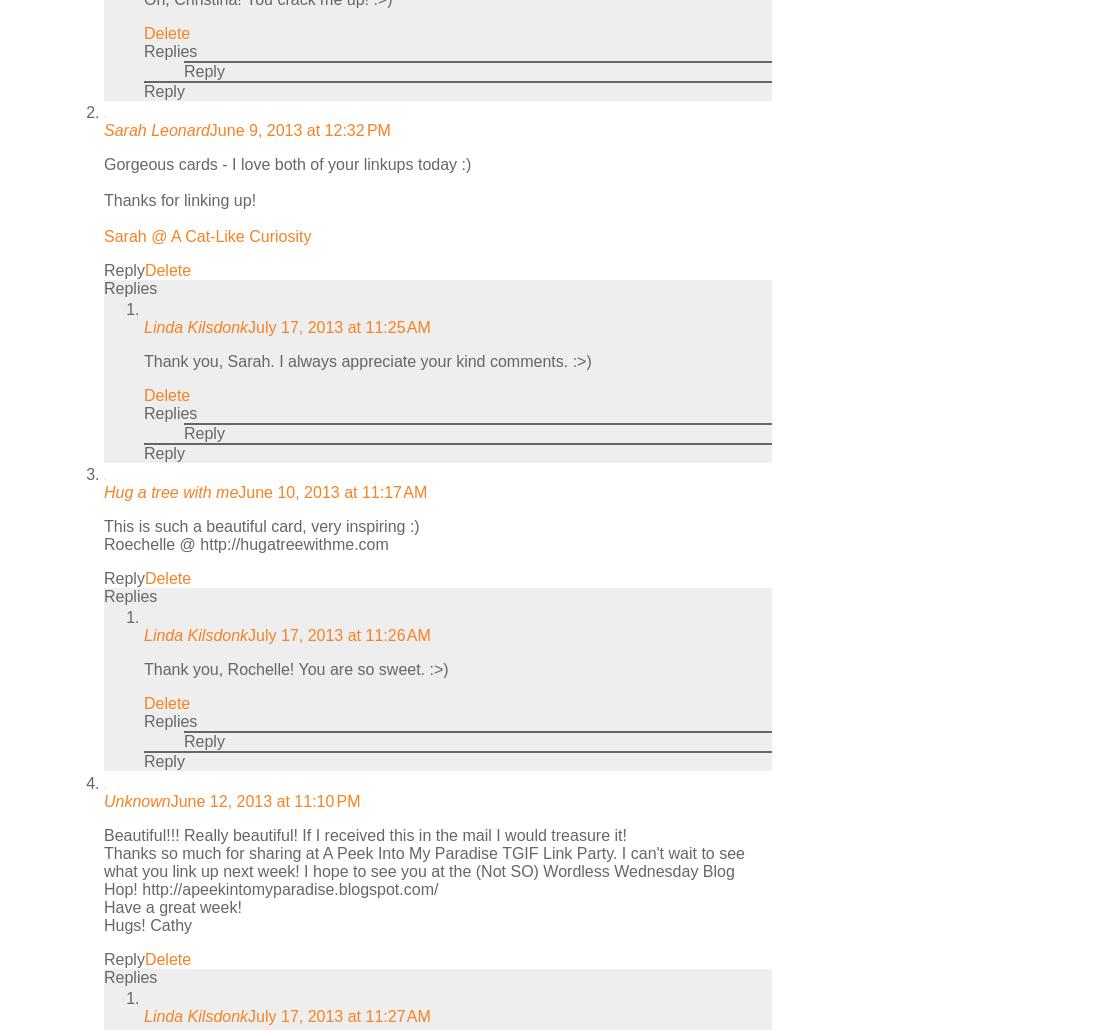 The image size is (1108, 1030). What do you see at coordinates (169, 491) in the screenshot?
I see `'Hug a tree with me'` at bounding box center [169, 491].